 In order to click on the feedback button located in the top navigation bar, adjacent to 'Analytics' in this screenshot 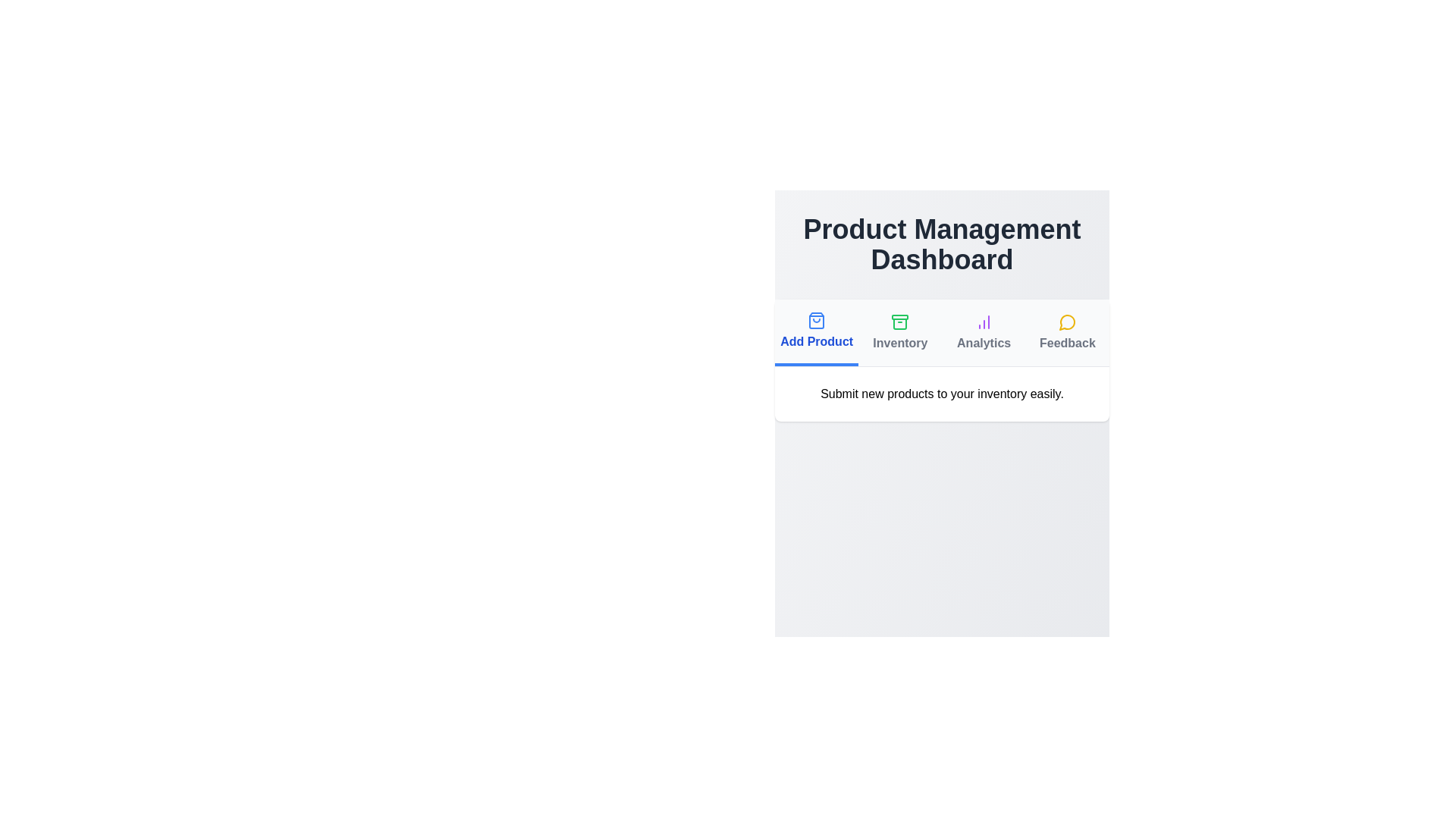, I will do `click(1066, 332)`.